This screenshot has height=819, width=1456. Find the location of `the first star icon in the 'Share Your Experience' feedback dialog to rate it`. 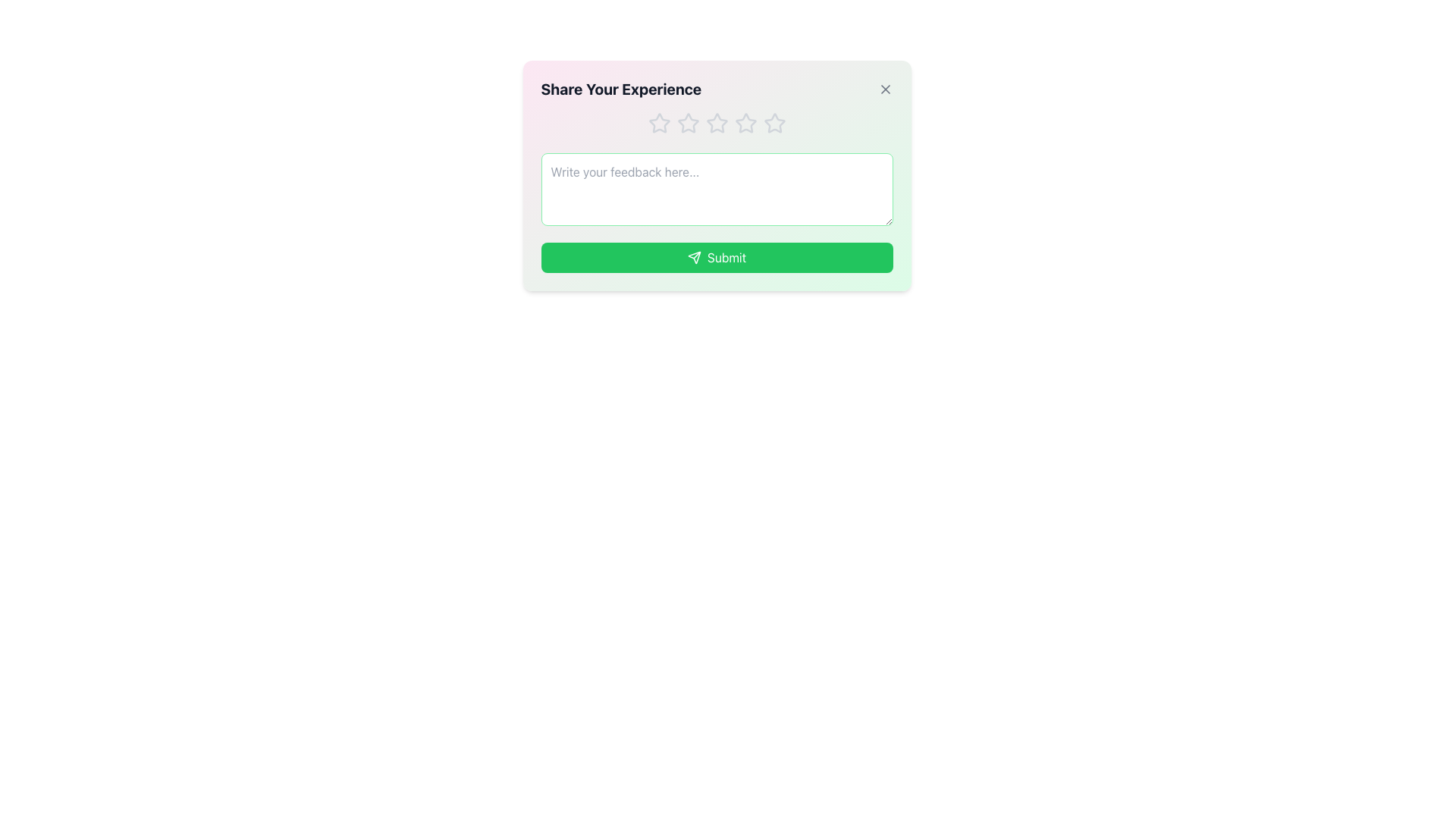

the first star icon in the 'Share Your Experience' feedback dialog to rate it is located at coordinates (659, 122).